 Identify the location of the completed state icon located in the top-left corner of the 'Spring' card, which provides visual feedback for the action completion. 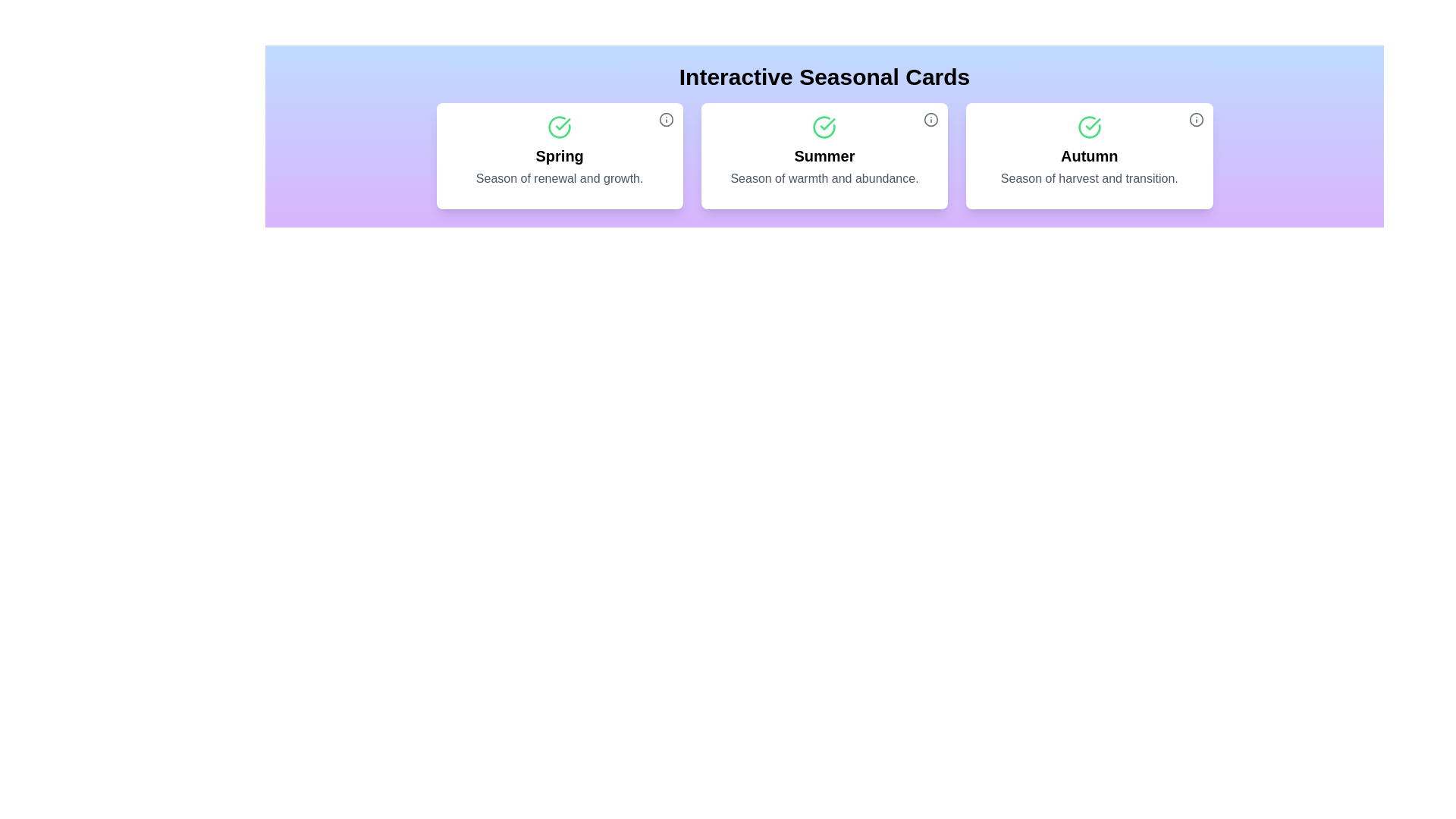
(559, 127).